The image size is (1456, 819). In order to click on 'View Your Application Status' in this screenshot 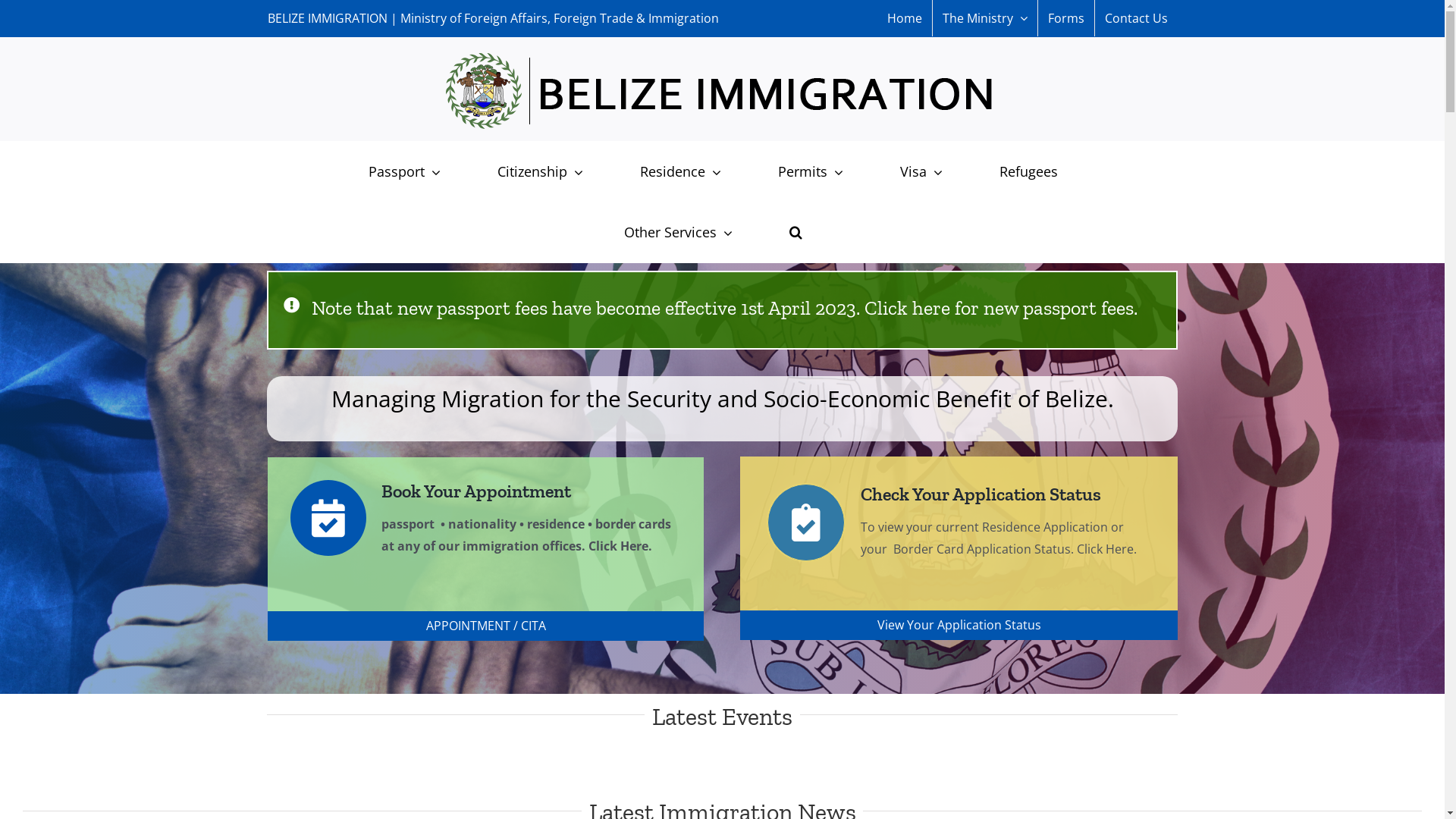, I will do `click(957, 625)`.